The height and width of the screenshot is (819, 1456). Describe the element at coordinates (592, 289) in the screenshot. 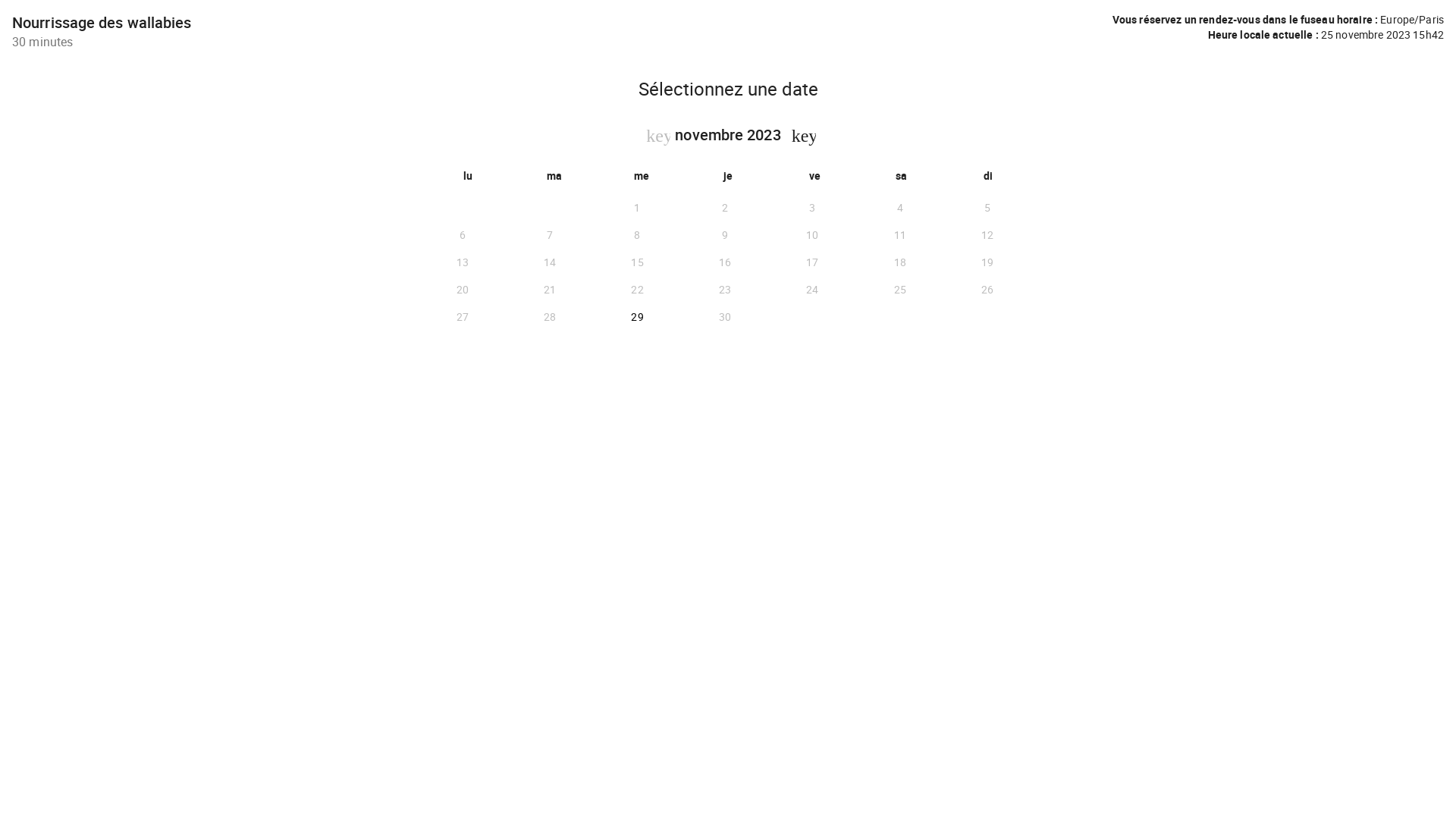

I see `'22'` at that location.